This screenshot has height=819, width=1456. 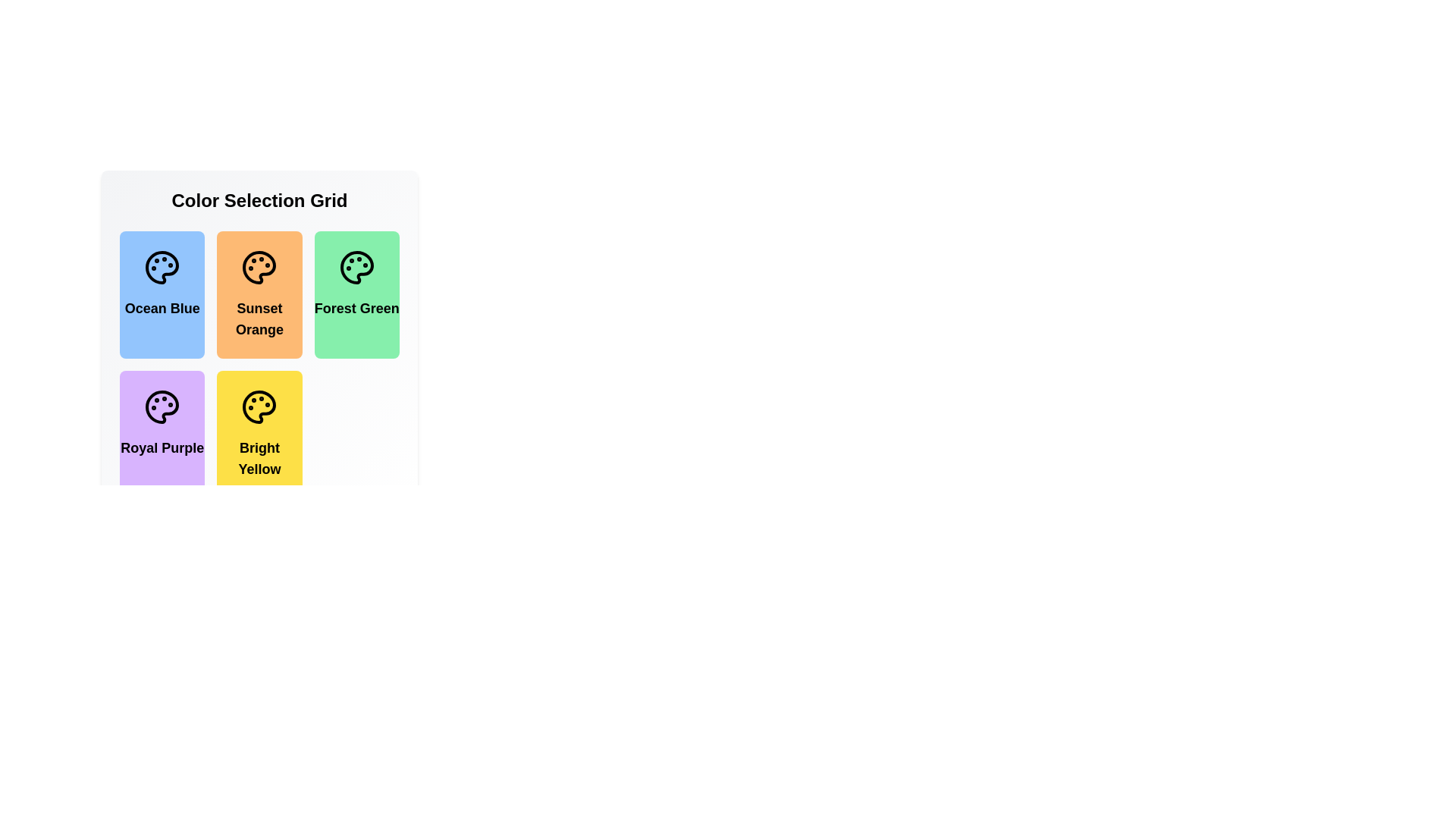 I want to click on the item labeled Forest Green, so click(x=356, y=295).